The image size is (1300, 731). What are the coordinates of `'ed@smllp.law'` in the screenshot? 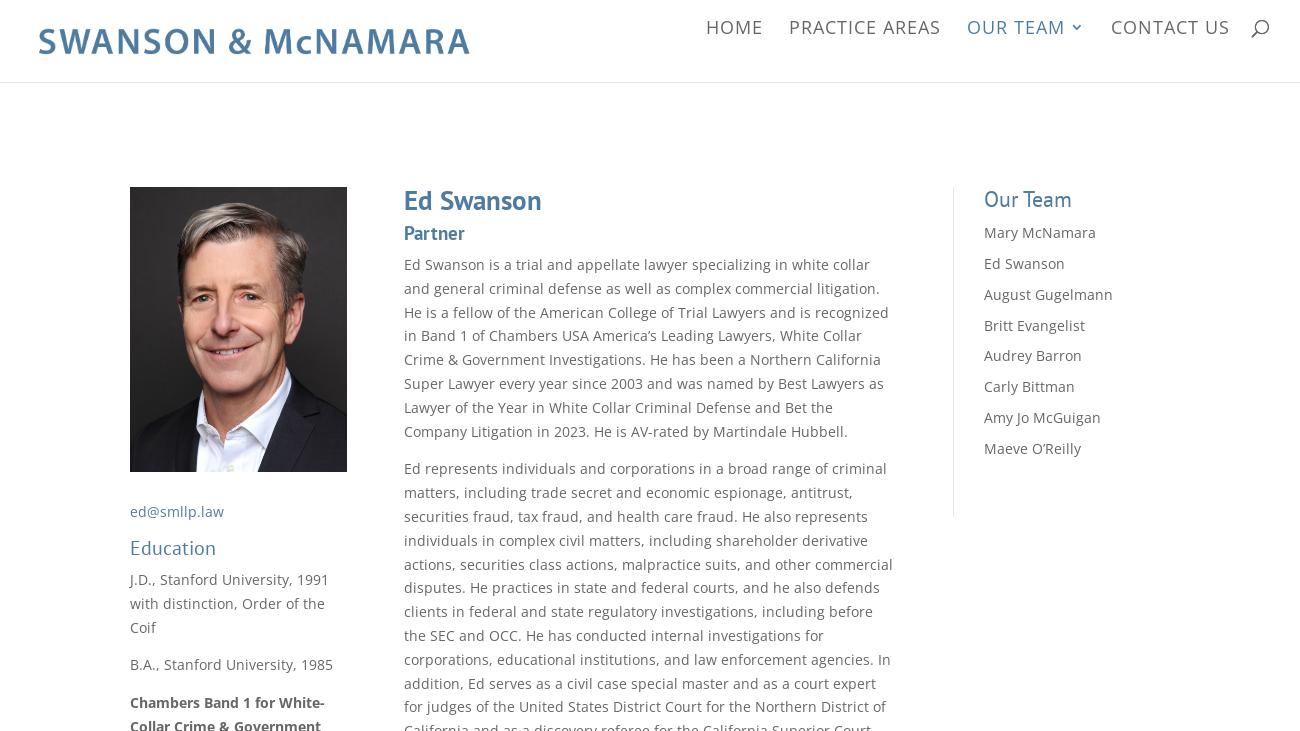 It's located at (177, 510).